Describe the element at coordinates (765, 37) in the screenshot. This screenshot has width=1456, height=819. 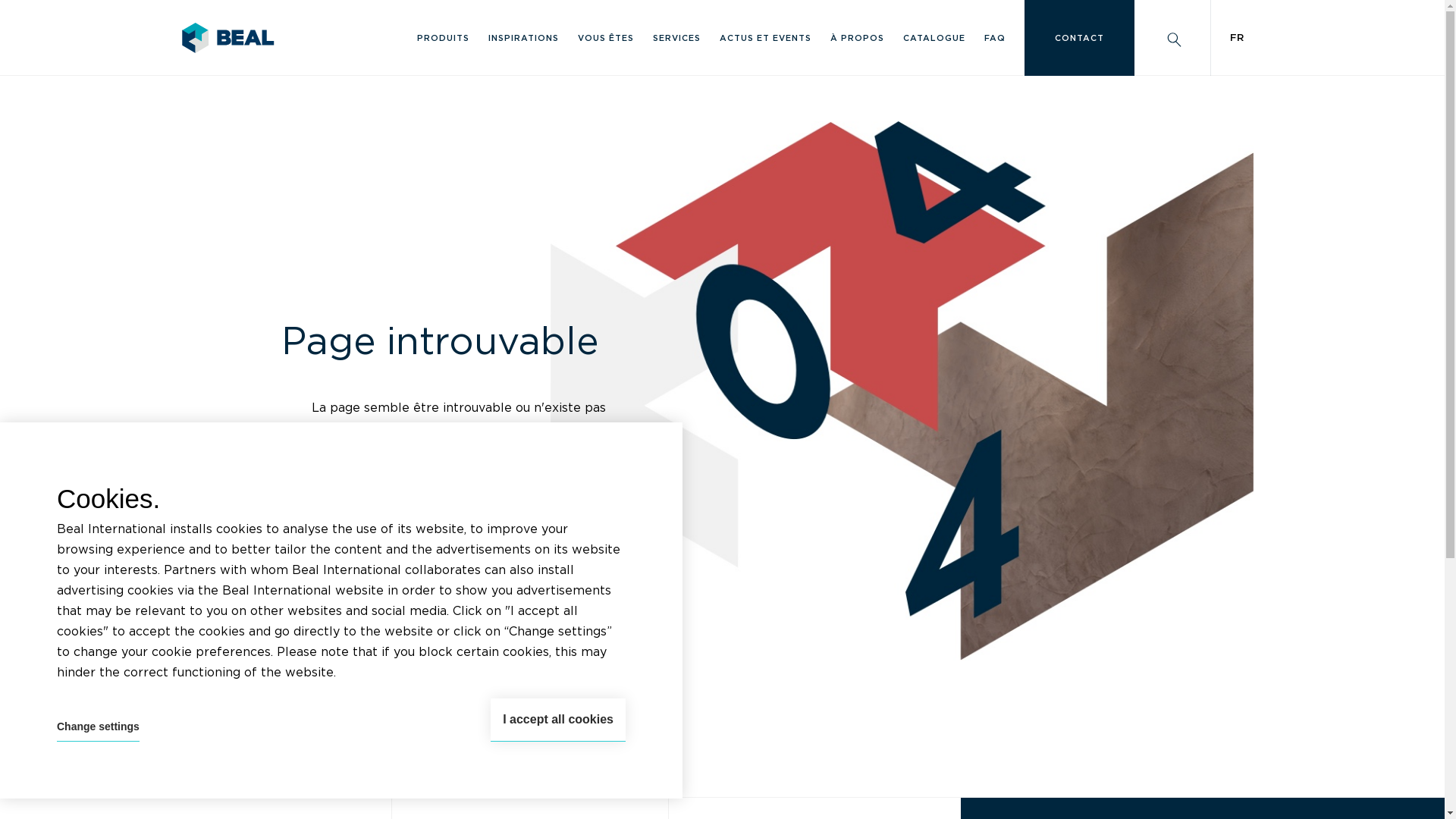
I see `'ACTUS ET EVENTS'` at that location.